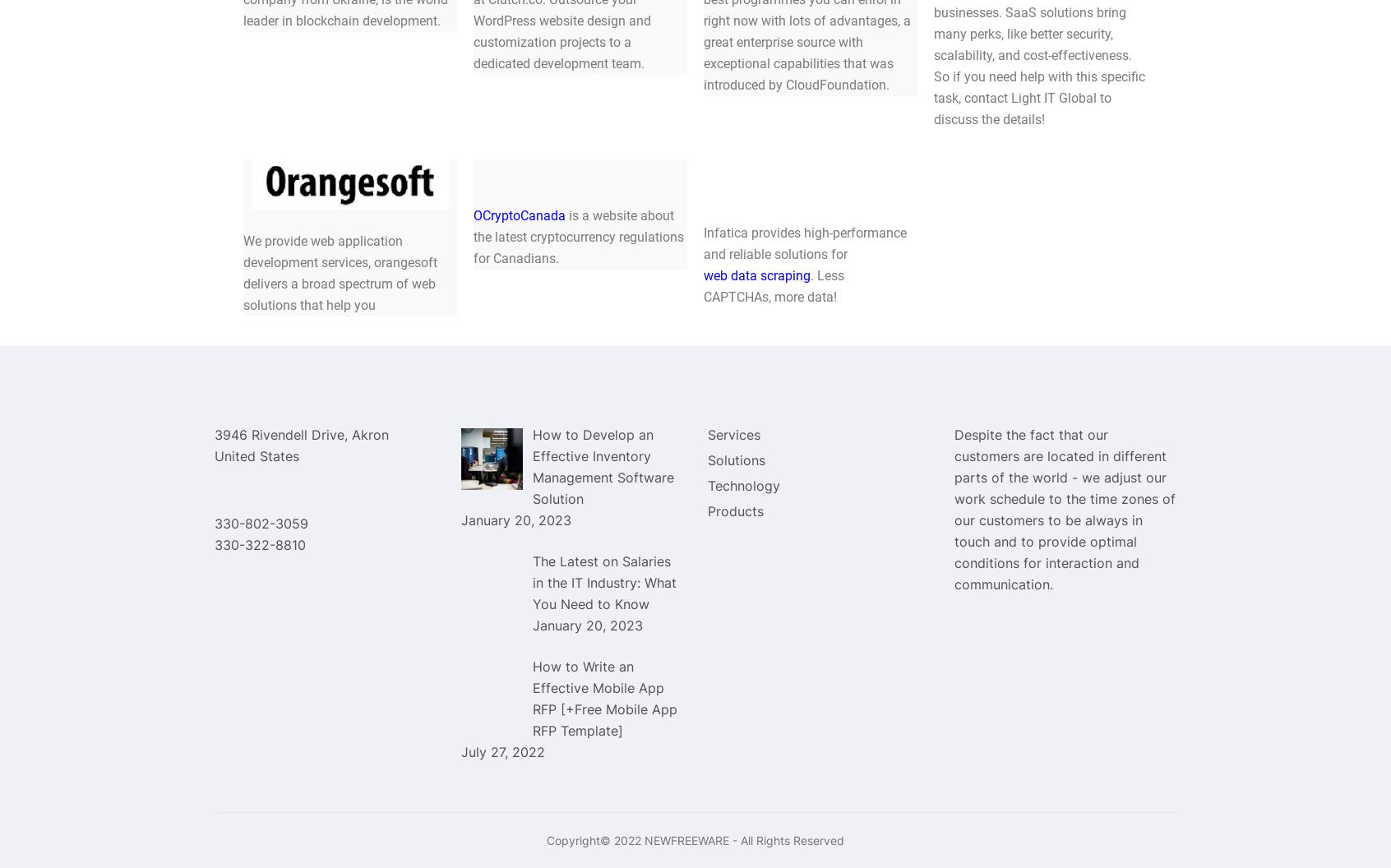 This screenshot has height=868, width=1391. What do you see at coordinates (805, 242) in the screenshot?
I see `'Infatica provides high-performance and reliable solutions for'` at bounding box center [805, 242].